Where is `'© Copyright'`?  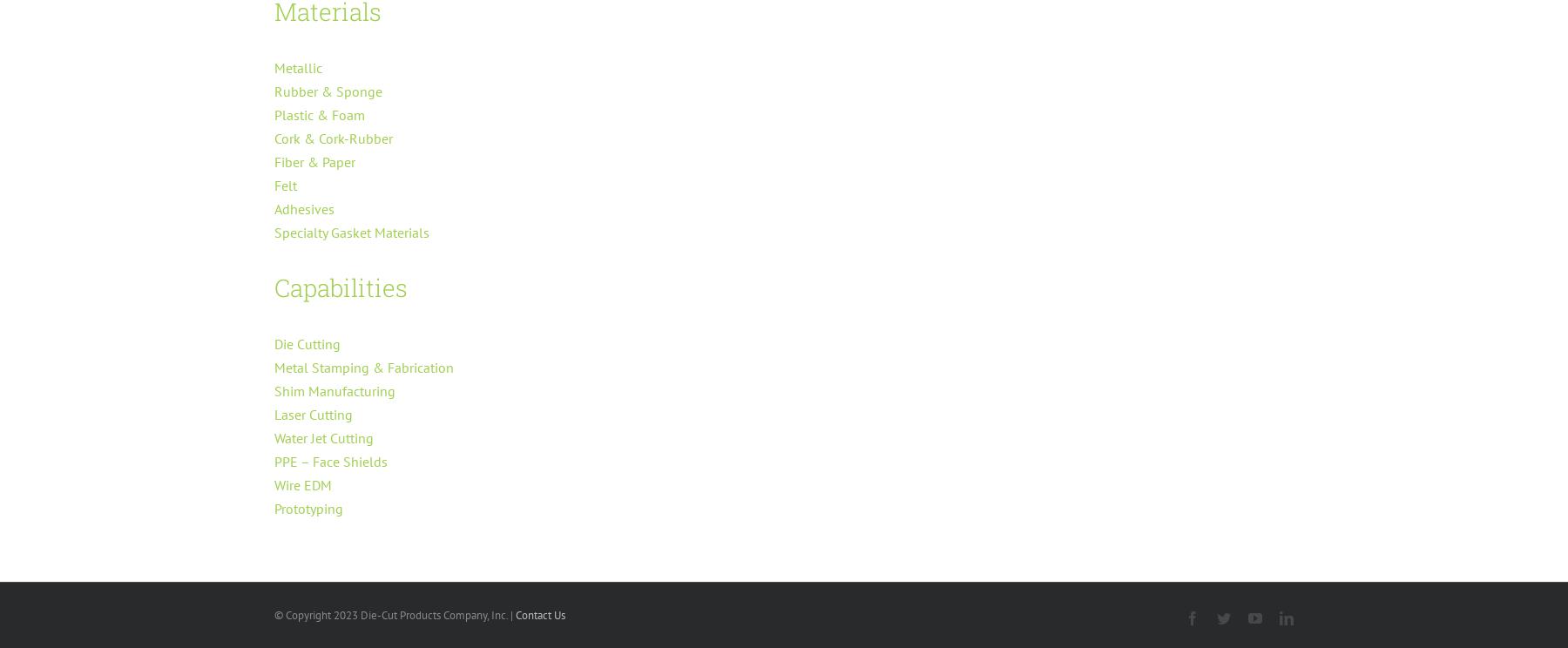
'© Copyright' is located at coordinates (304, 615).